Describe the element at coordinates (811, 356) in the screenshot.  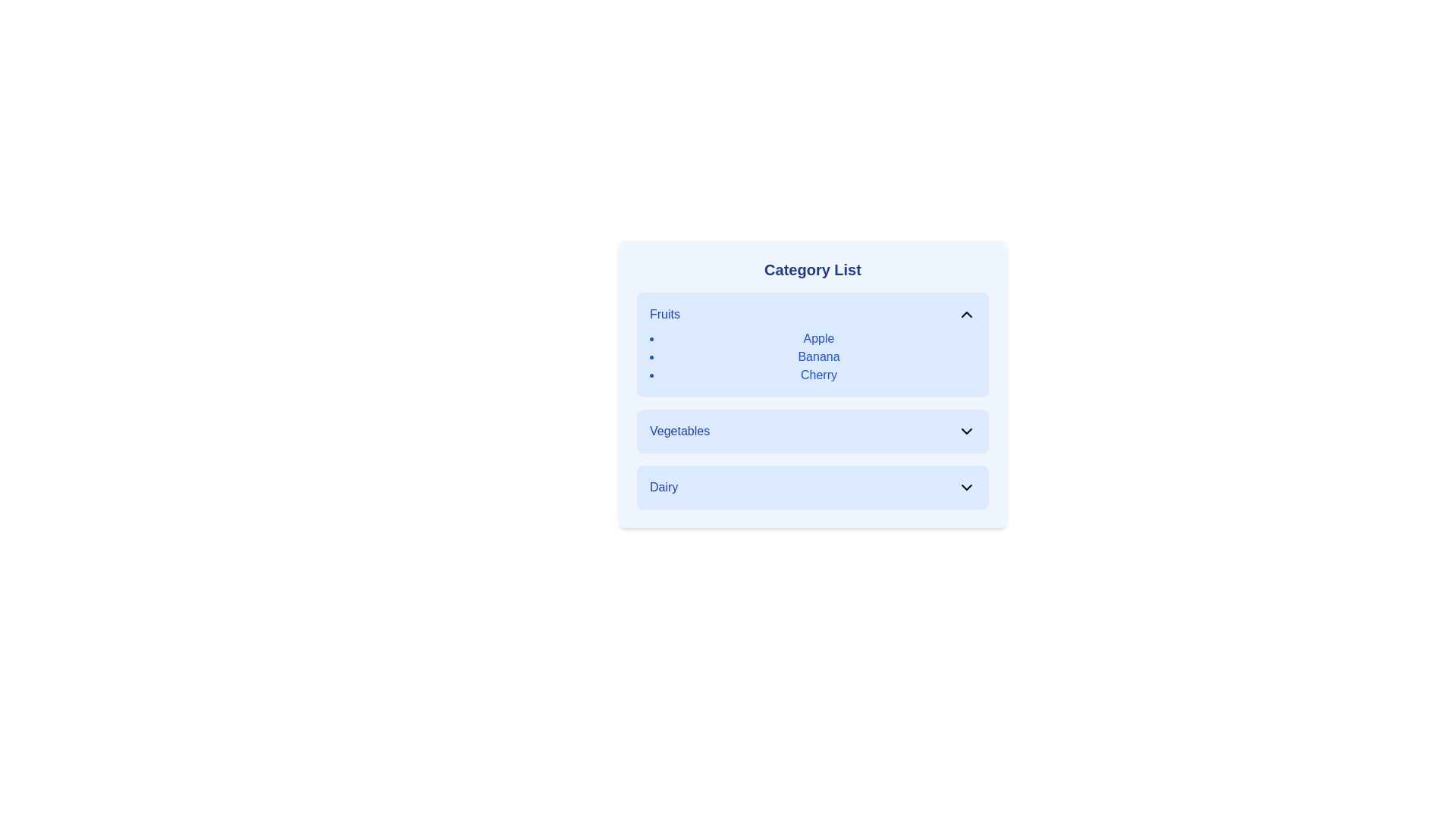
I see `the items in the 'Fruits' list` at that location.